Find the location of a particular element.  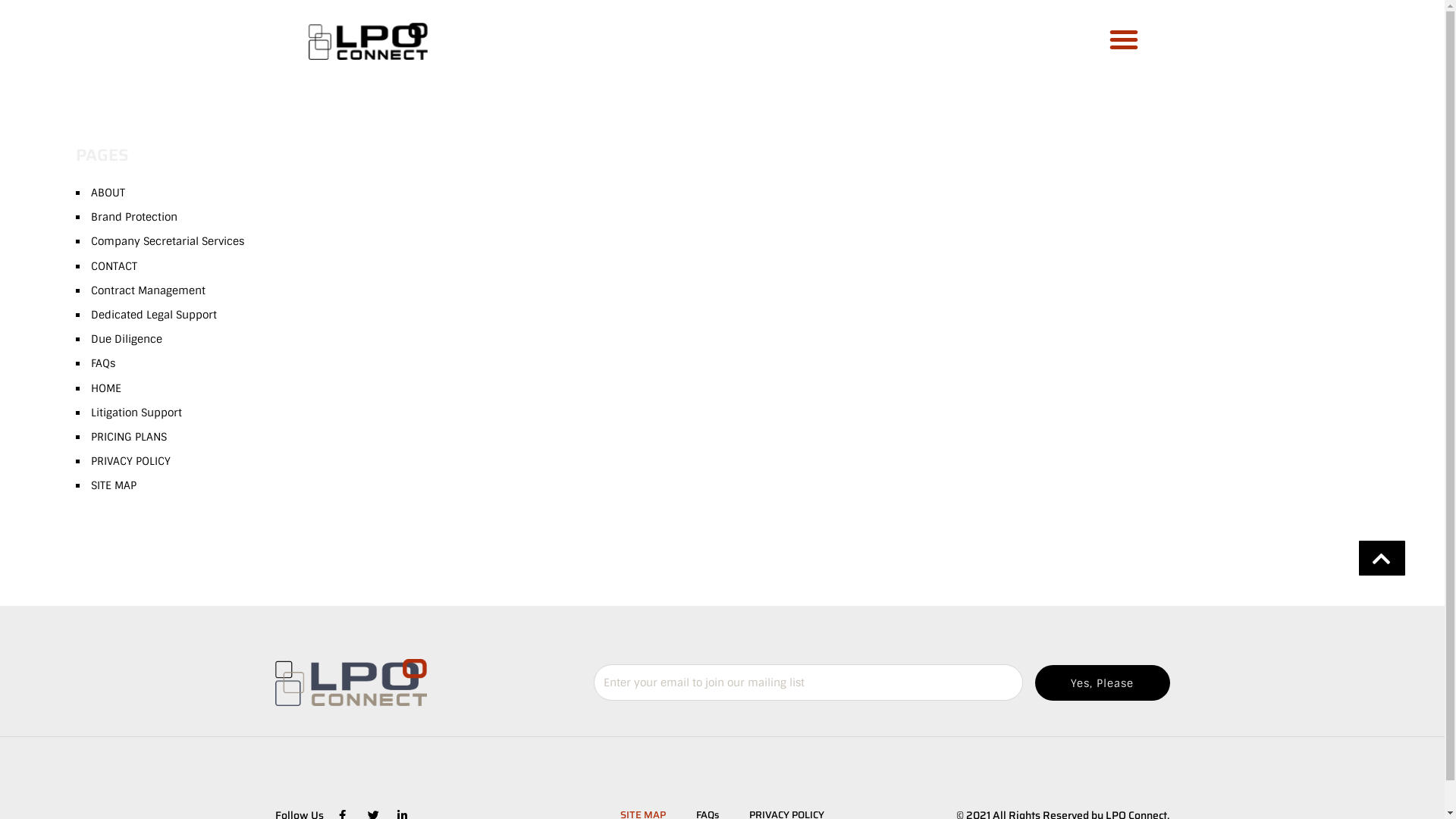

'FAQs' is located at coordinates (102, 362).